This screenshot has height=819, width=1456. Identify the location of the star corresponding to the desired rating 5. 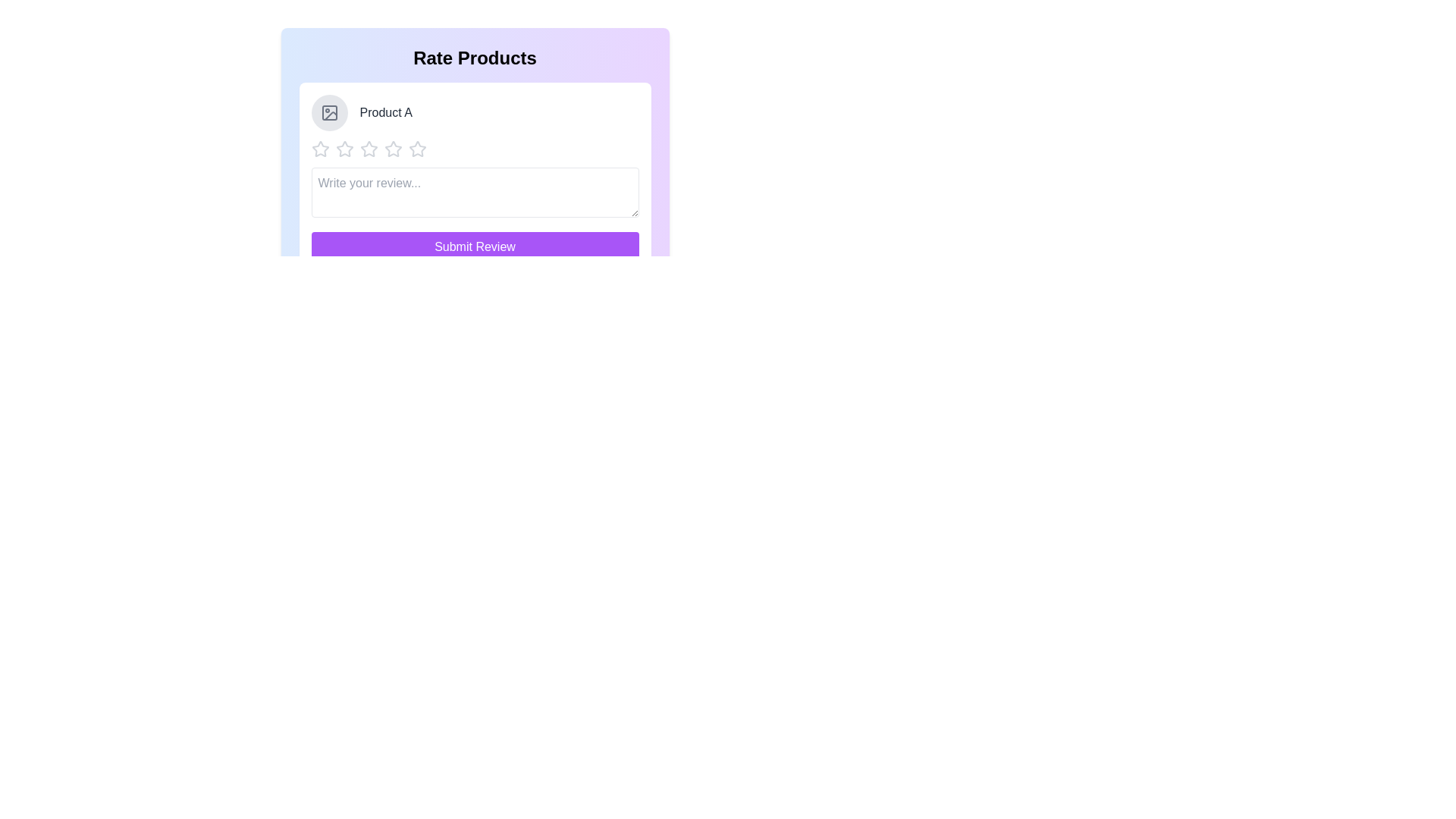
(417, 149).